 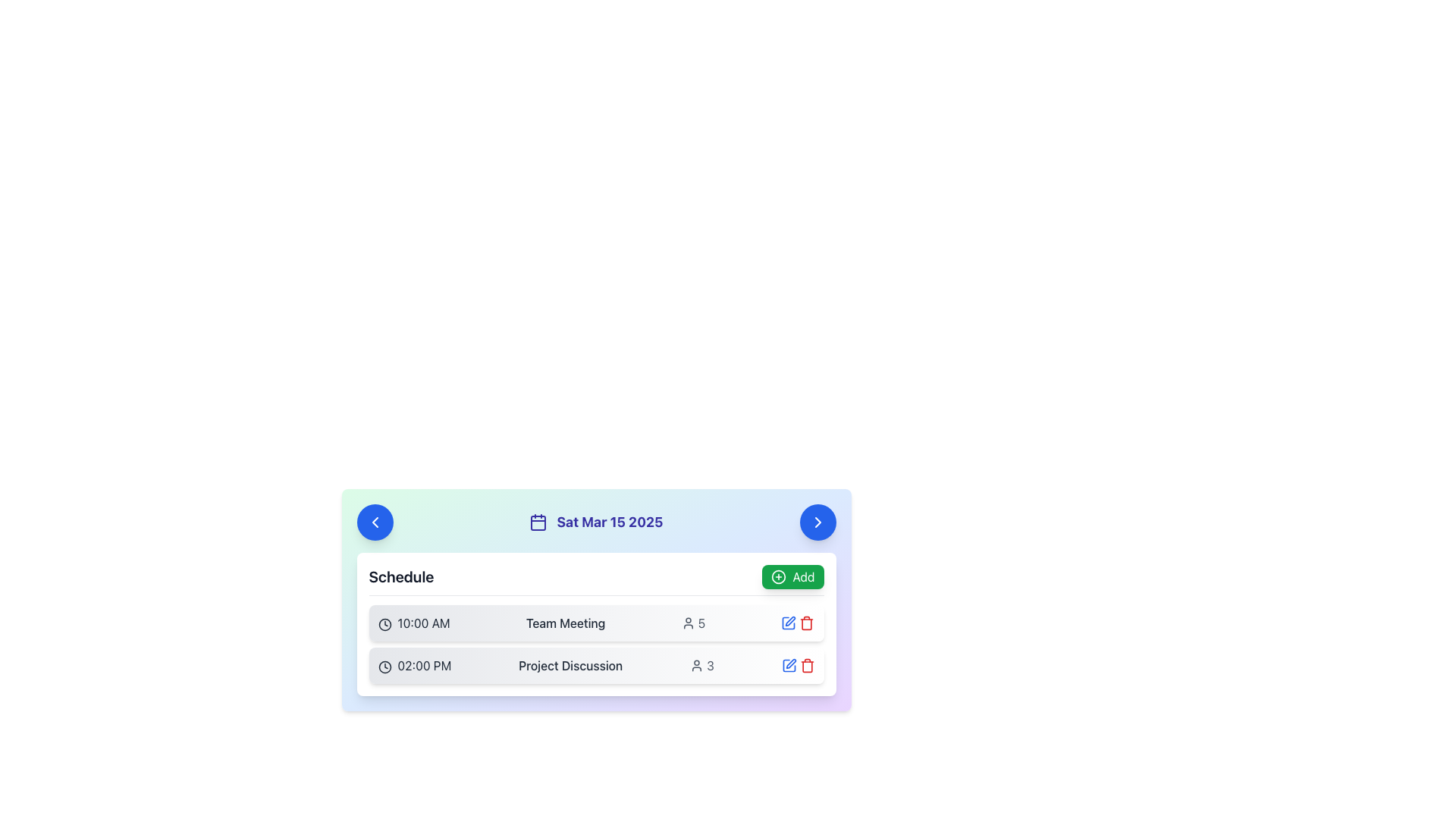 What do you see at coordinates (797, 665) in the screenshot?
I see `the red trash bin icon at the far right of the '02:00 PM Project Discussion' row` at bounding box center [797, 665].